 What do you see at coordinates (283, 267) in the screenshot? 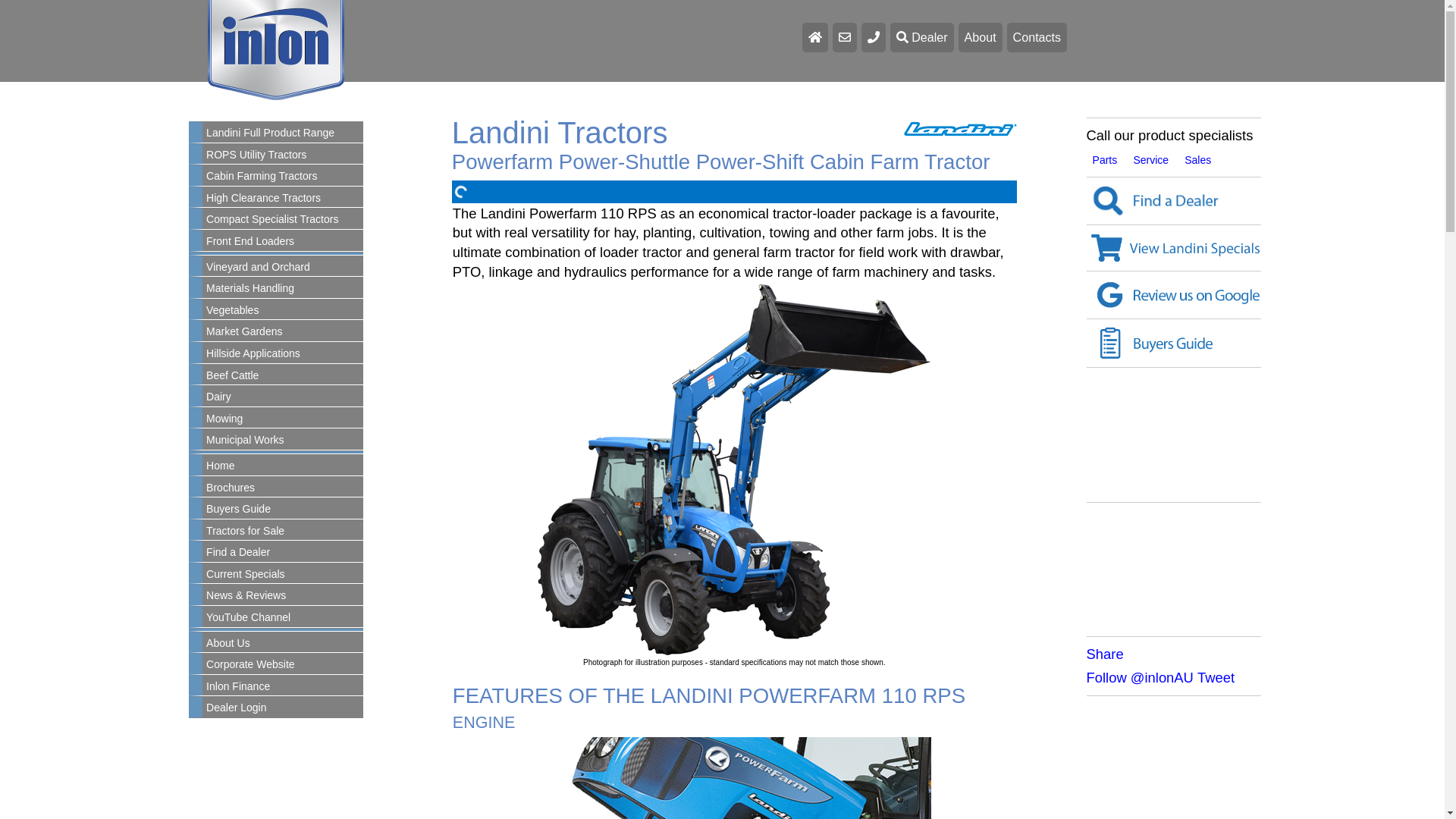
I see `'Vineyard and Orchard'` at bounding box center [283, 267].